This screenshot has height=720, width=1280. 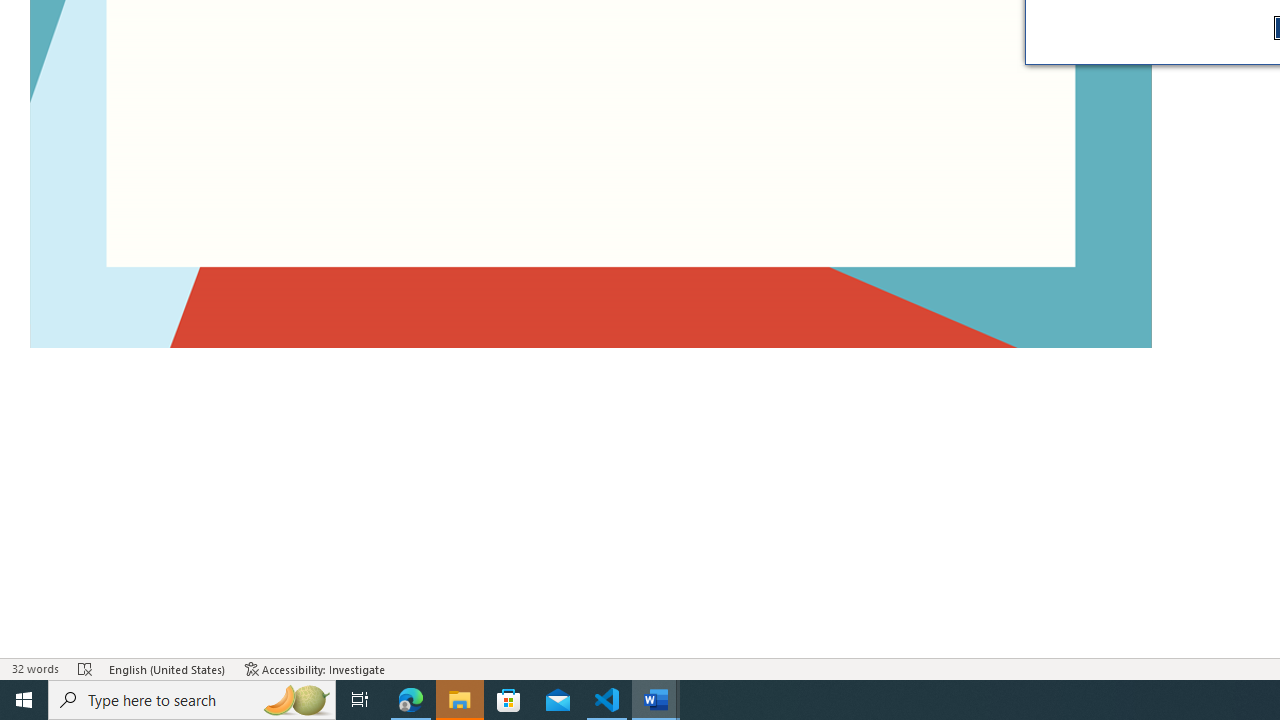 I want to click on 'Language English (United States)', so click(x=168, y=669).